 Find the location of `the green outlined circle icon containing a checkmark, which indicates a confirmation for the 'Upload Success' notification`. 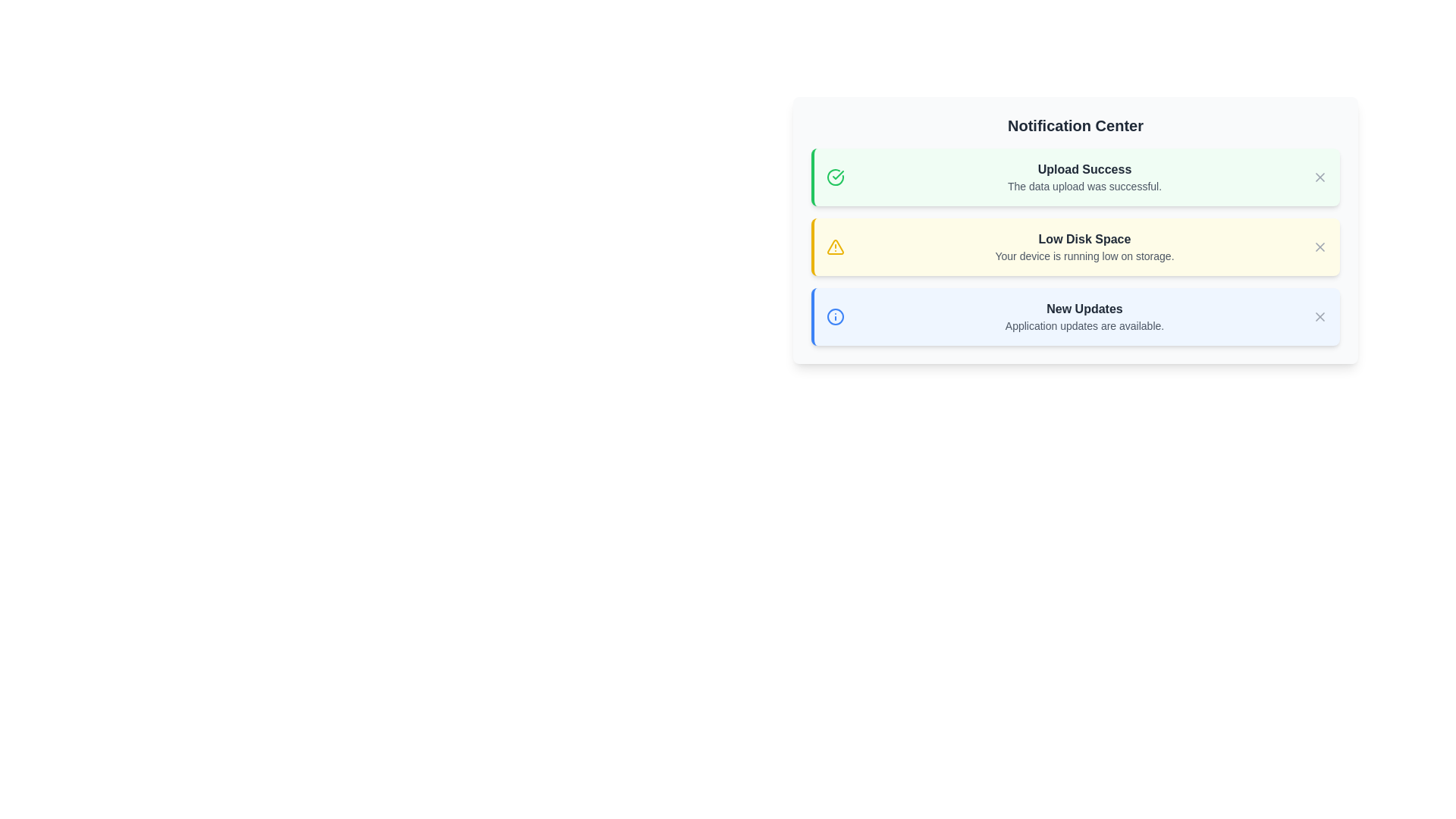

the green outlined circle icon containing a checkmark, which indicates a confirmation for the 'Upload Success' notification is located at coordinates (835, 177).